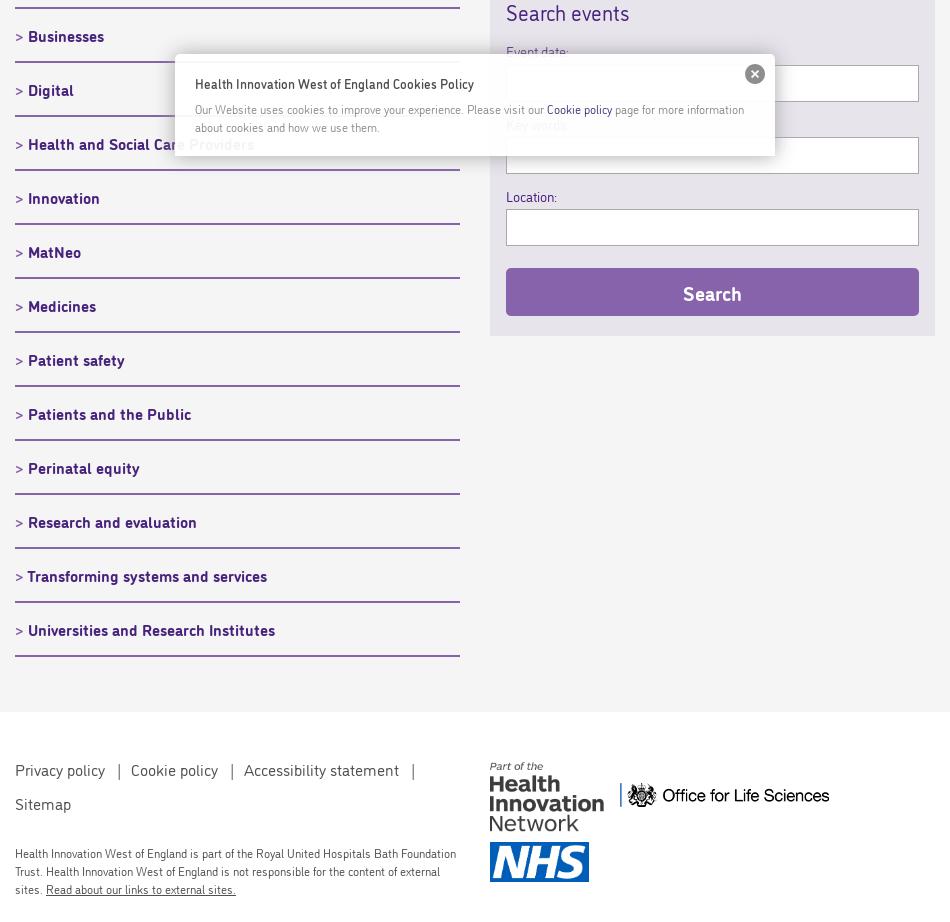 The image size is (950, 922). What do you see at coordinates (62, 303) in the screenshot?
I see `'Medicines'` at bounding box center [62, 303].